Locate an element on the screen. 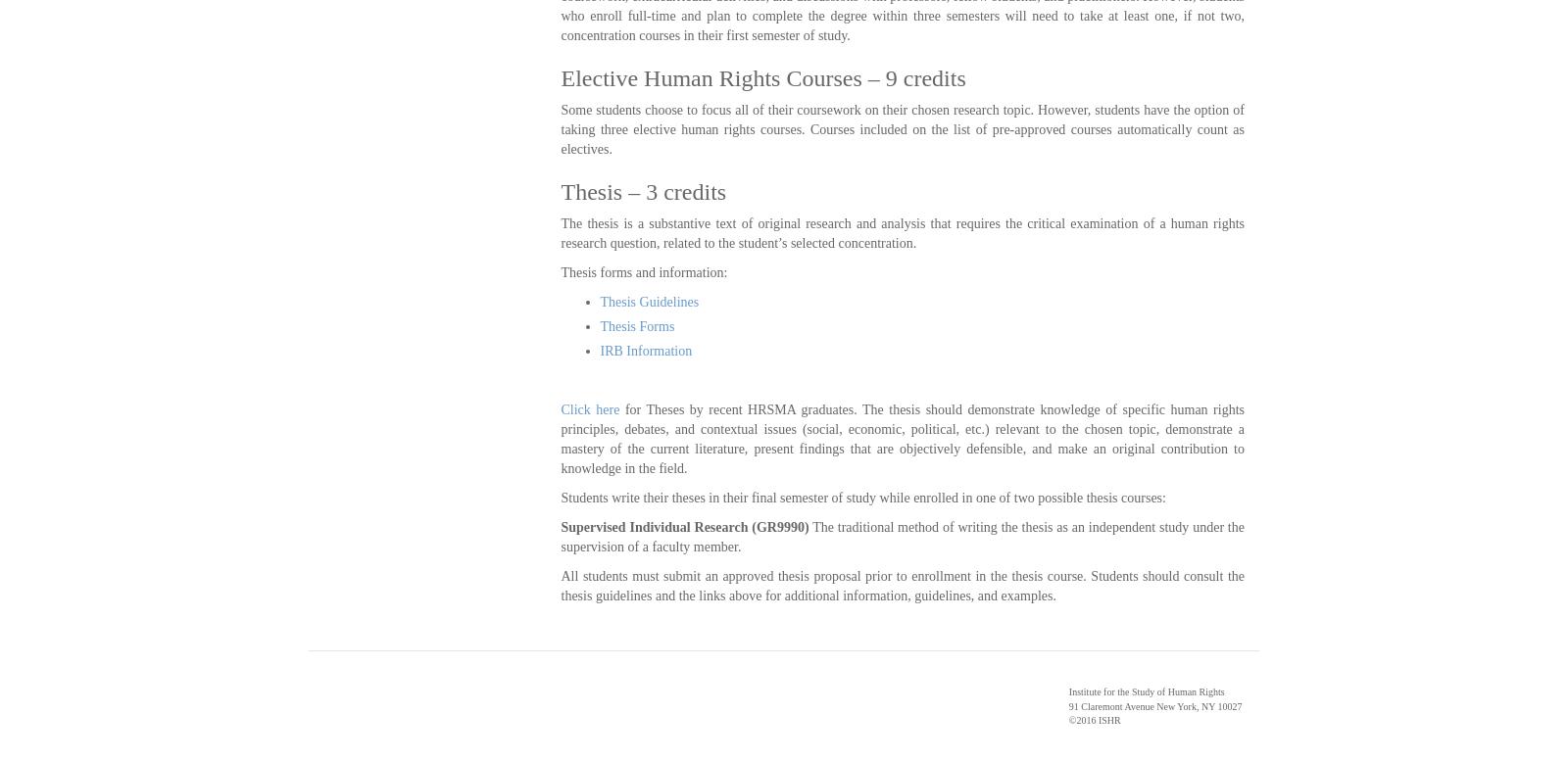 The width and height of the screenshot is (1568, 762). 'The thesis is a substantive text of original research and analysis that requires the critical examination of a human rights research question, related to the student’s selected concentration.' is located at coordinates (901, 232).